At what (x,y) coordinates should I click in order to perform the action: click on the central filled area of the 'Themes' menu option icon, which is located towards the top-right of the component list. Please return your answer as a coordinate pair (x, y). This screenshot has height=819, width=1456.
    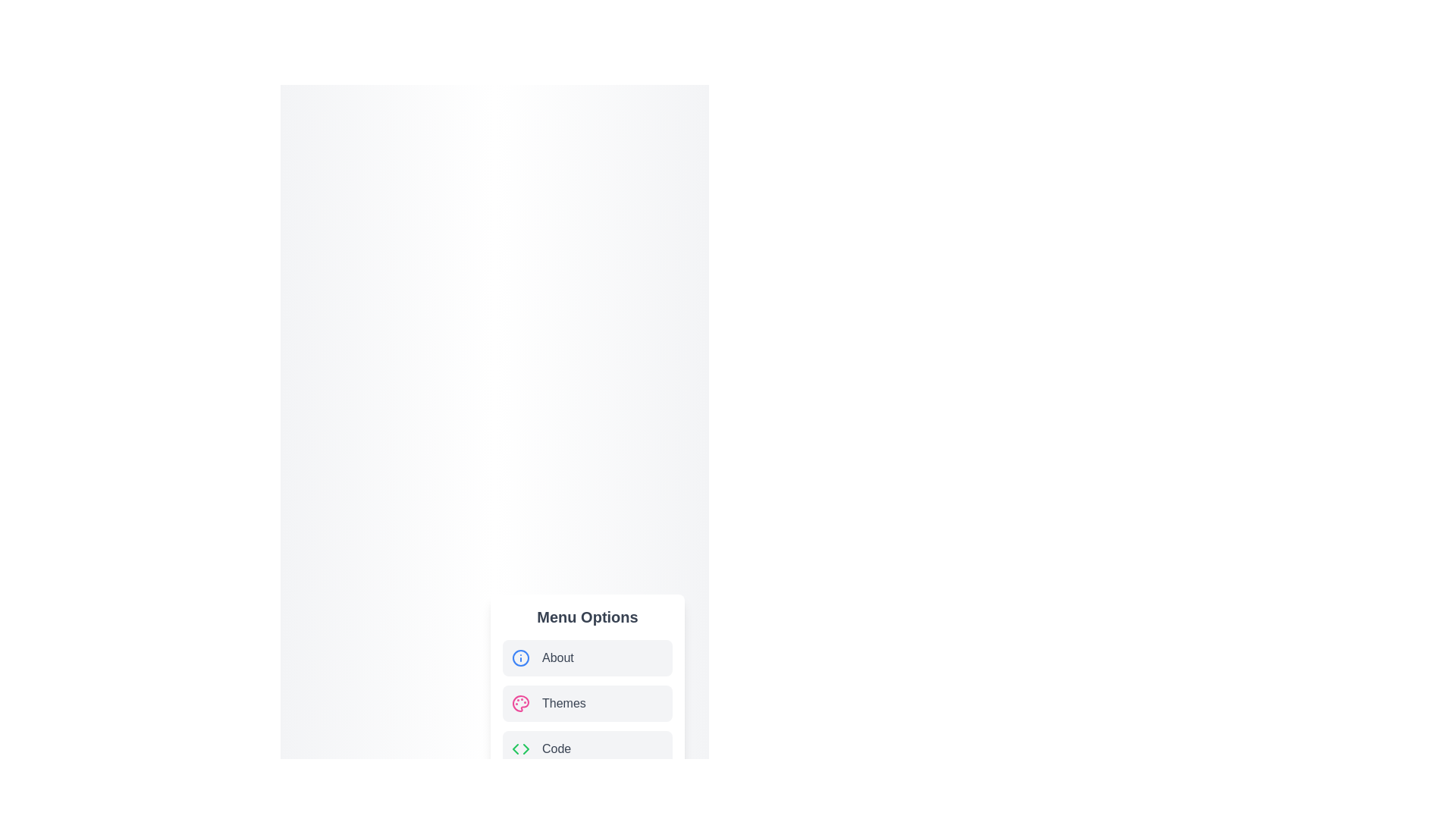
    Looking at the image, I should click on (520, 704).